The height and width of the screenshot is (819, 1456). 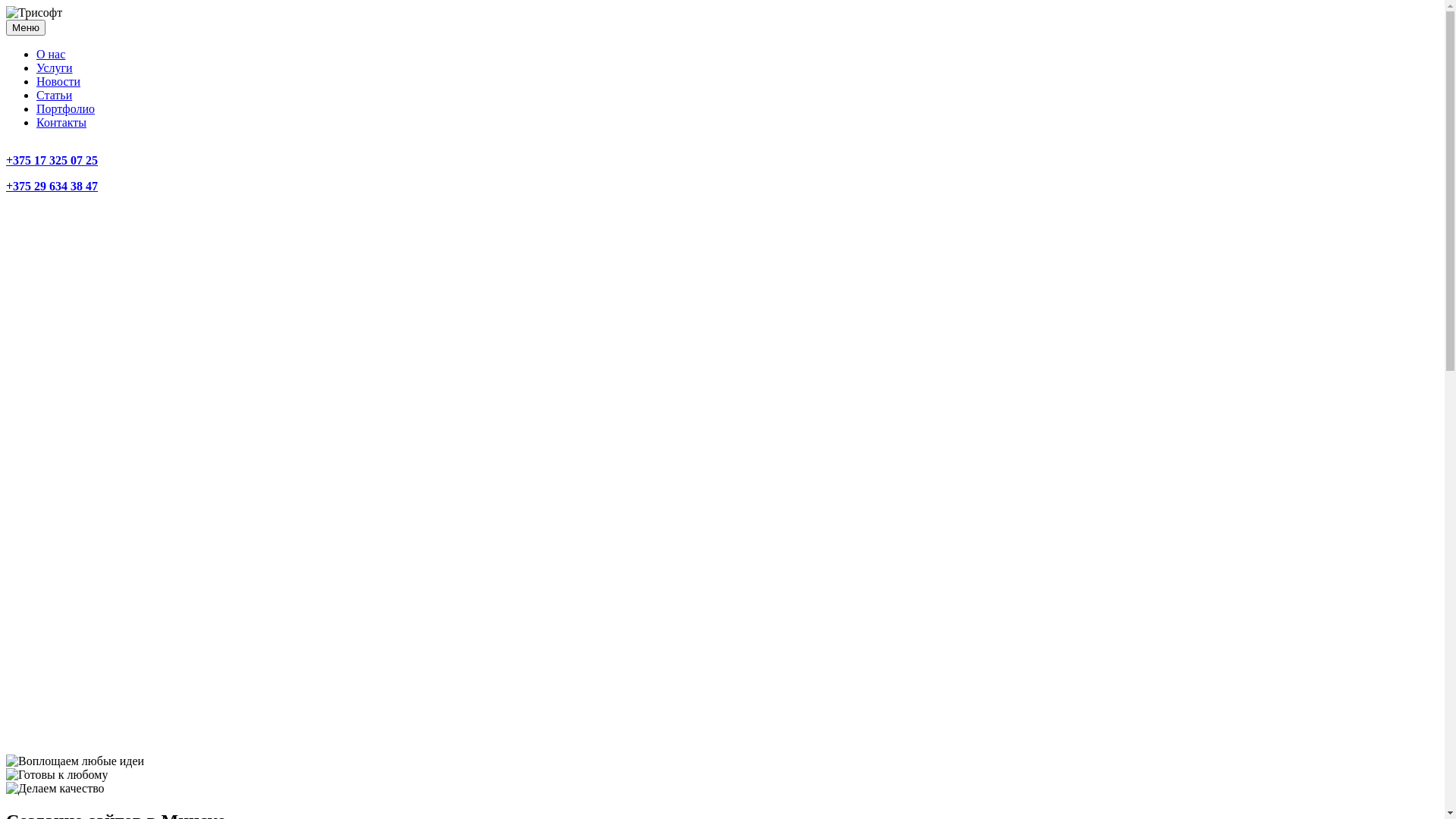 I want to click on '+375 17 325 07 25', so click(x=52, y=160).